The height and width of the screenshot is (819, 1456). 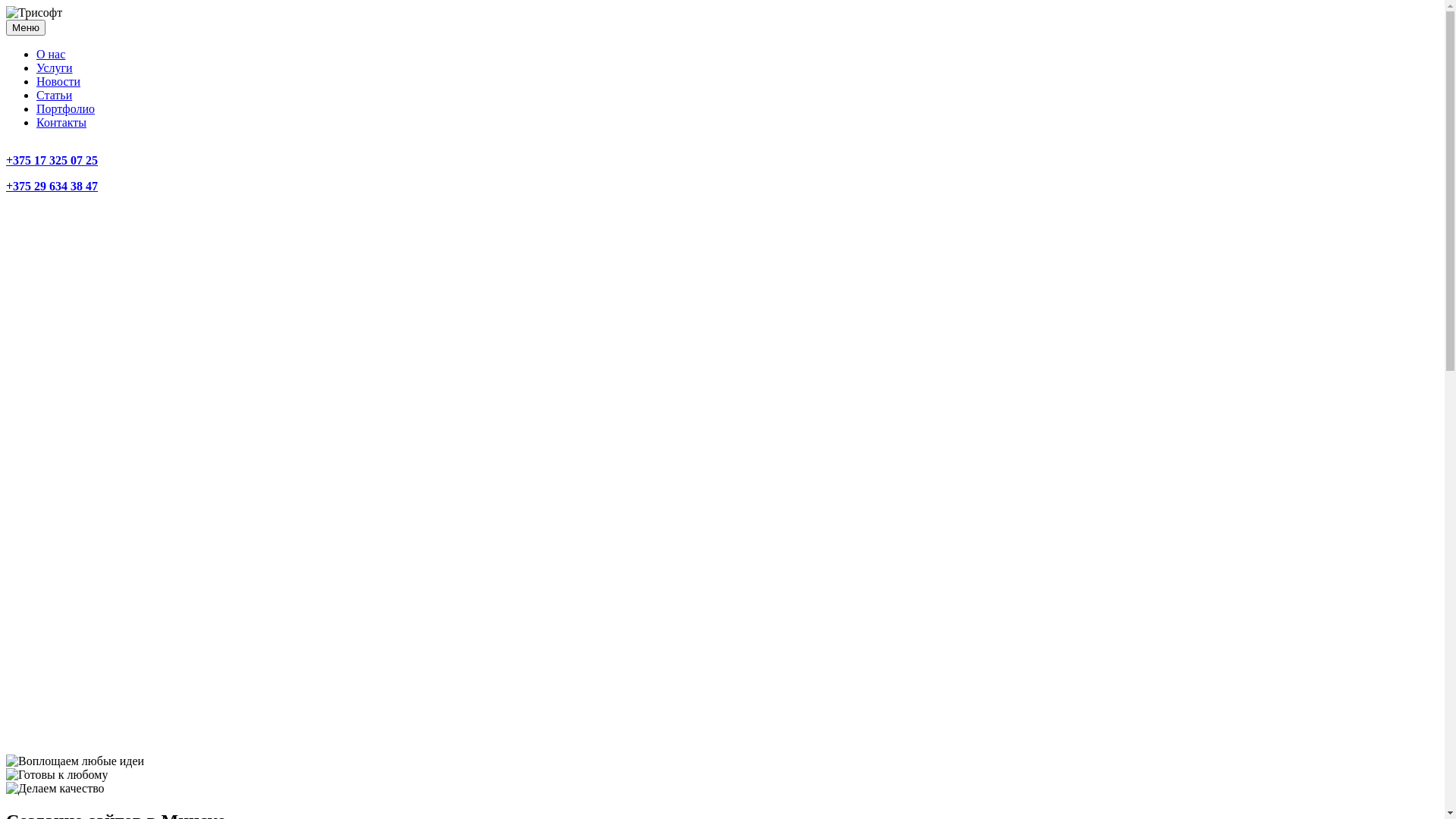 I want to click on '+375 17 325 07 25', so click(x=52, y=160).